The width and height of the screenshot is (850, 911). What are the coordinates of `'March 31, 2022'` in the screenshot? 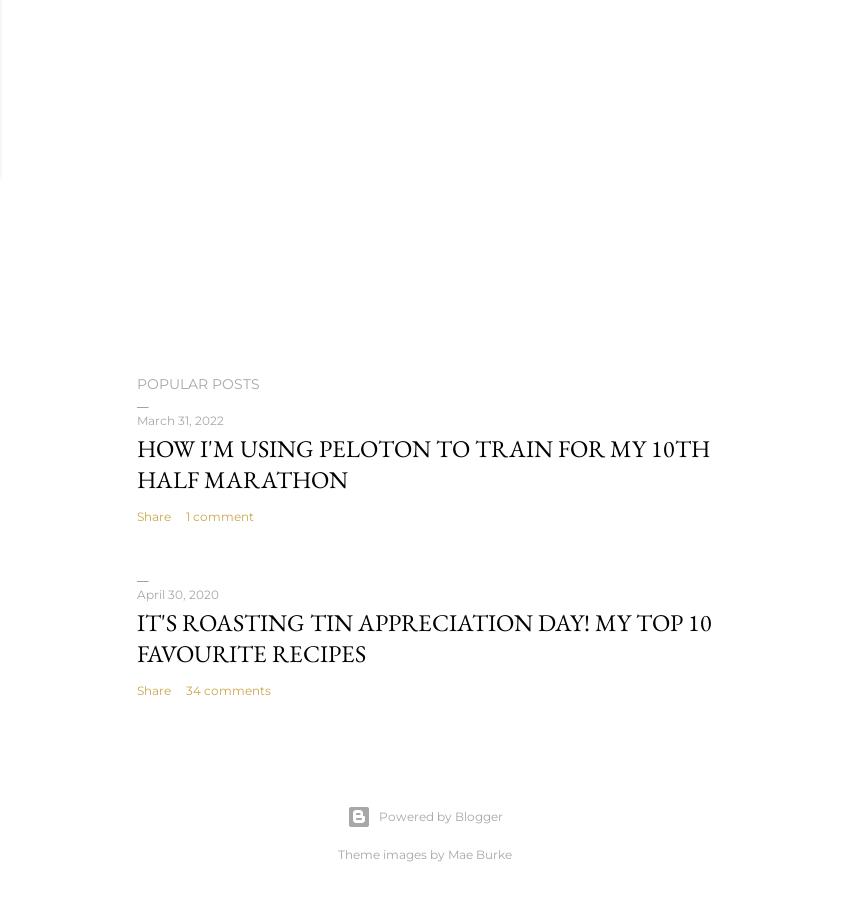 It's located at (137, 419).